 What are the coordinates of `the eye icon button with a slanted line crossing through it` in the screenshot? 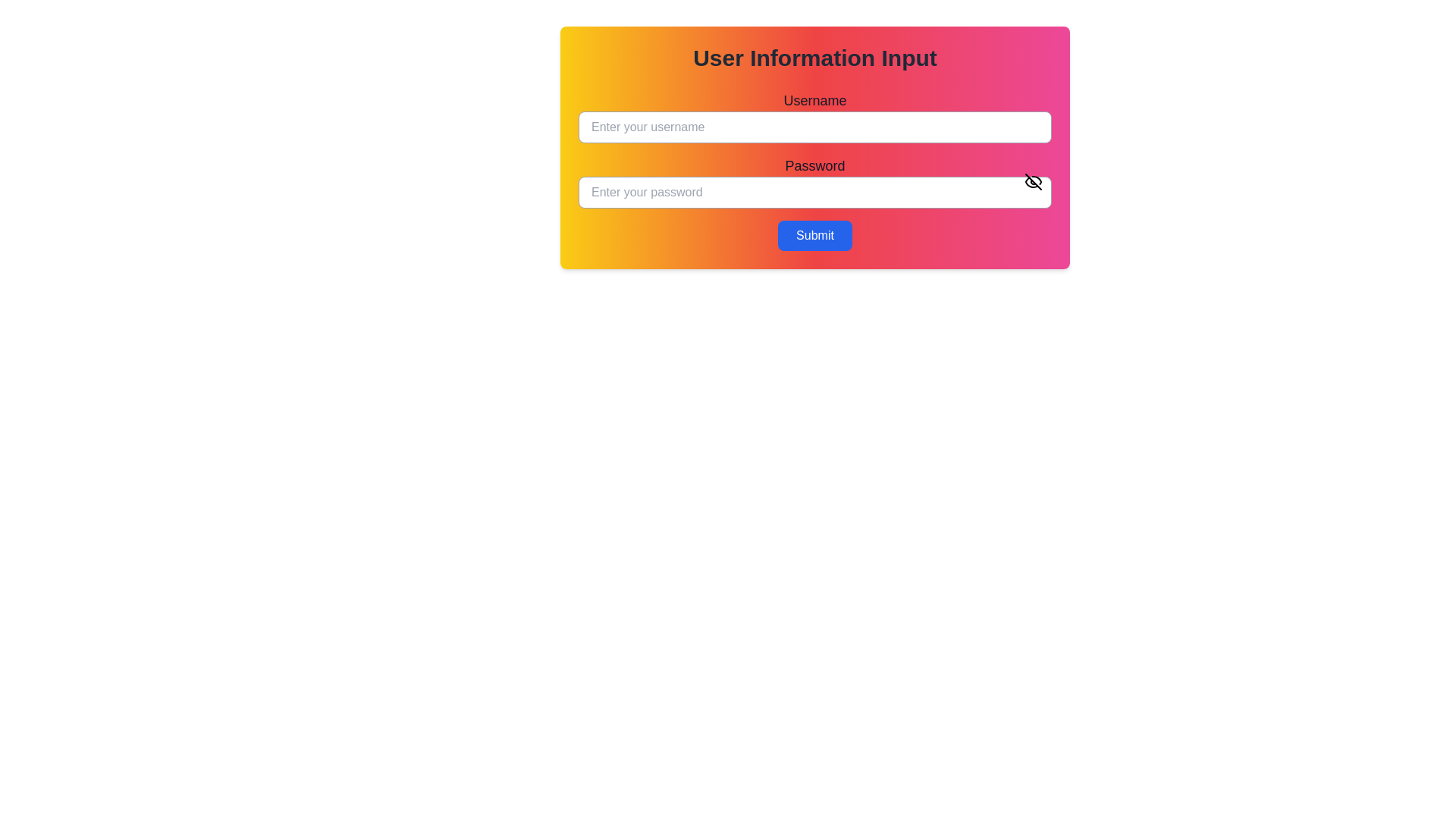 It's located at (1033, 180).